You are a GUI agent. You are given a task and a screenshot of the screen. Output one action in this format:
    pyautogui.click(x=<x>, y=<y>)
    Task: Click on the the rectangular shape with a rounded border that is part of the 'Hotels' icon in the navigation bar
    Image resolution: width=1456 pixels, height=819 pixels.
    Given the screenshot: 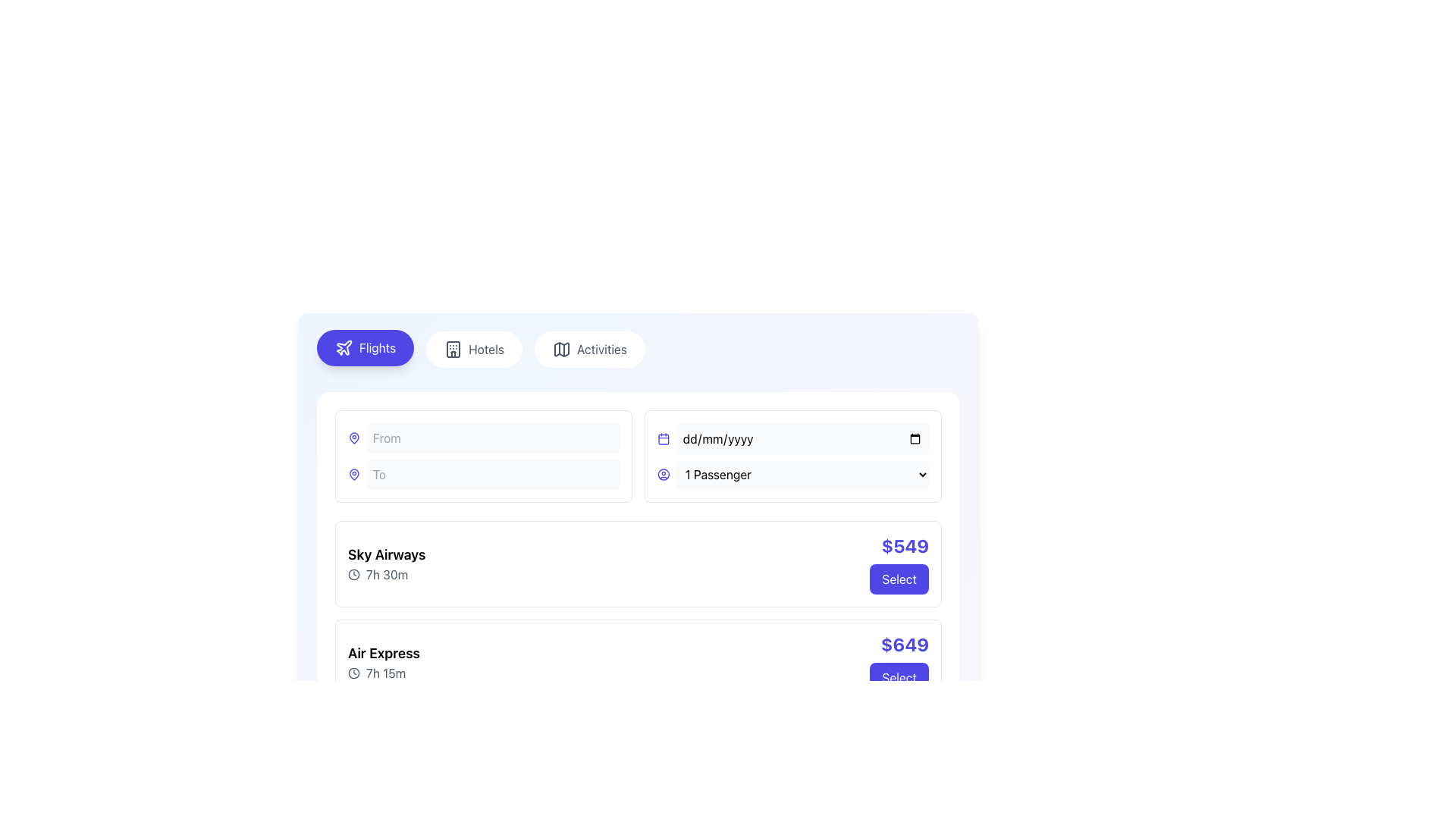 What is the action you would take?
    pyautogui.click(x=453, y=350)
    